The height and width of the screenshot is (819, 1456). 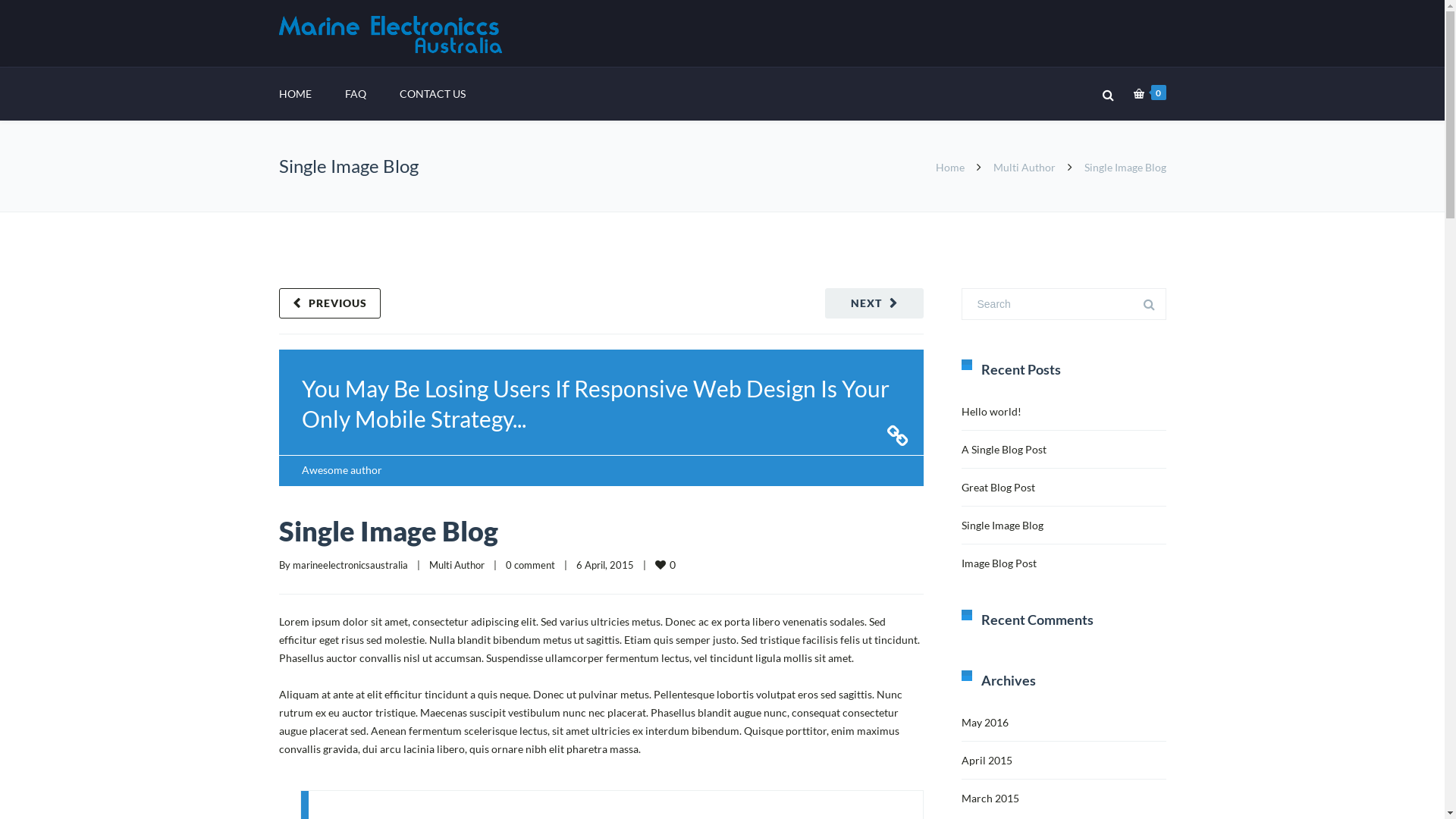 What do you see at coordinates (960, 411) in the screenshot?
I see `'Hello world!'` at bounding box center [960, 411].